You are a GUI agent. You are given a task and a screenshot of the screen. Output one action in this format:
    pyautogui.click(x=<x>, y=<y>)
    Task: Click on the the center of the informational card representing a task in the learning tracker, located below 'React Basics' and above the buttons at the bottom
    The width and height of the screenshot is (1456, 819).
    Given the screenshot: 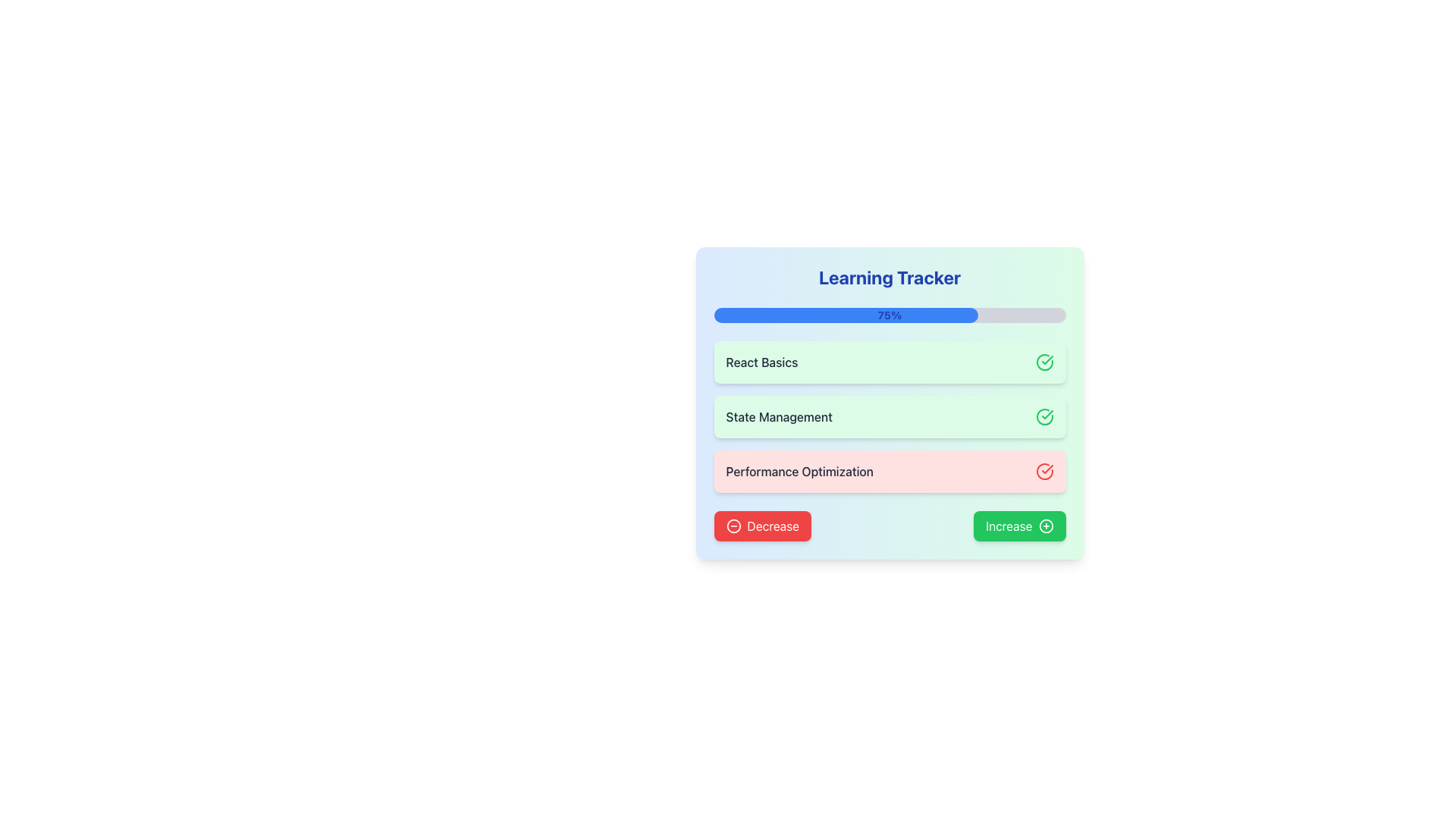 What is the action you would take?
    pyautogui.click(x=890, y=470)
    